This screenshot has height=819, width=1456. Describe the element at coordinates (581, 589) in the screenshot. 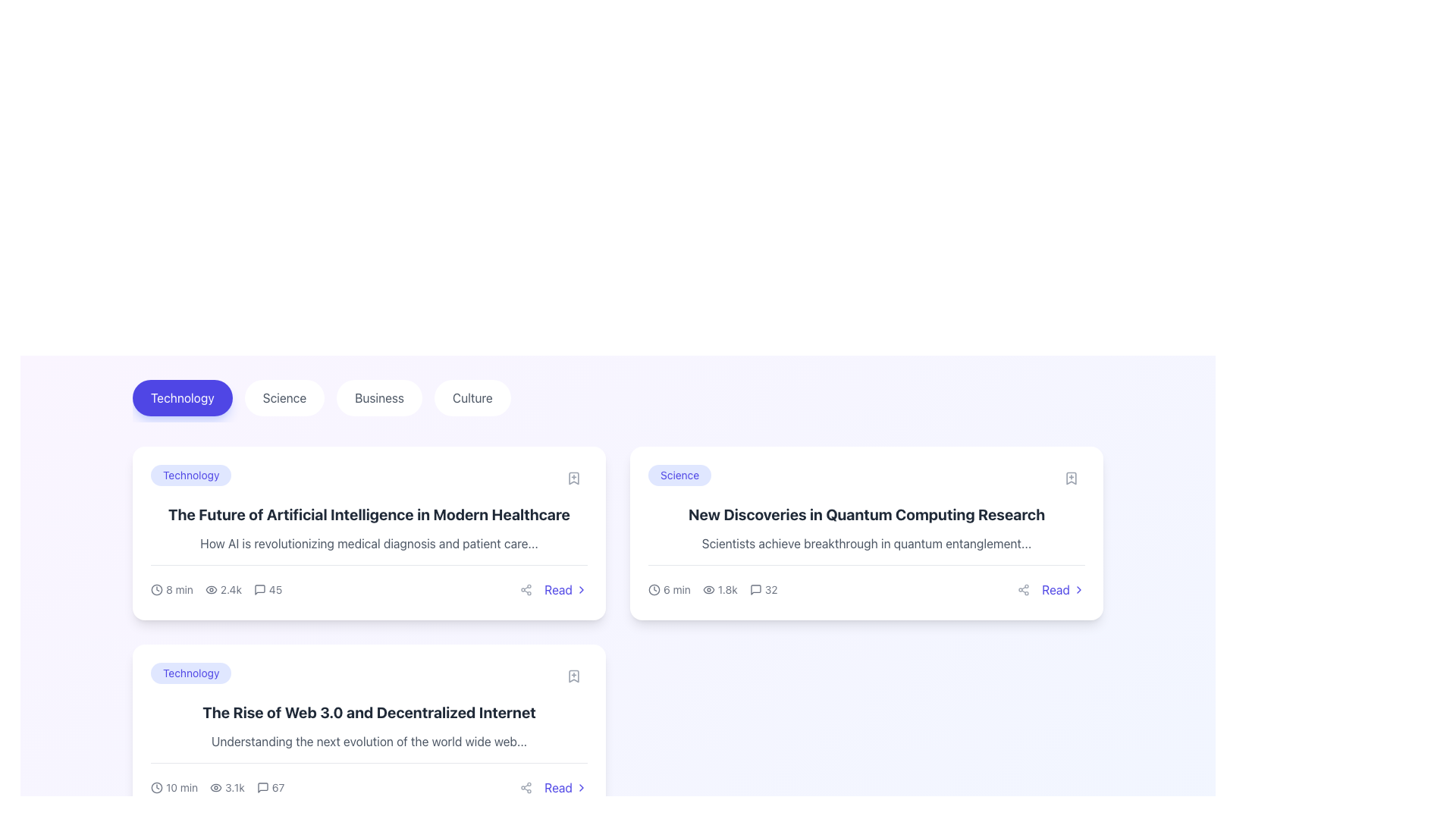

I see `the right-pointing chevron icon located to the right of the 'Read' button in the card titled 'The Future of Artificial Intelligence in Modern Healthcare' to potentially trigger a tooltip or visual feedback` at that location.